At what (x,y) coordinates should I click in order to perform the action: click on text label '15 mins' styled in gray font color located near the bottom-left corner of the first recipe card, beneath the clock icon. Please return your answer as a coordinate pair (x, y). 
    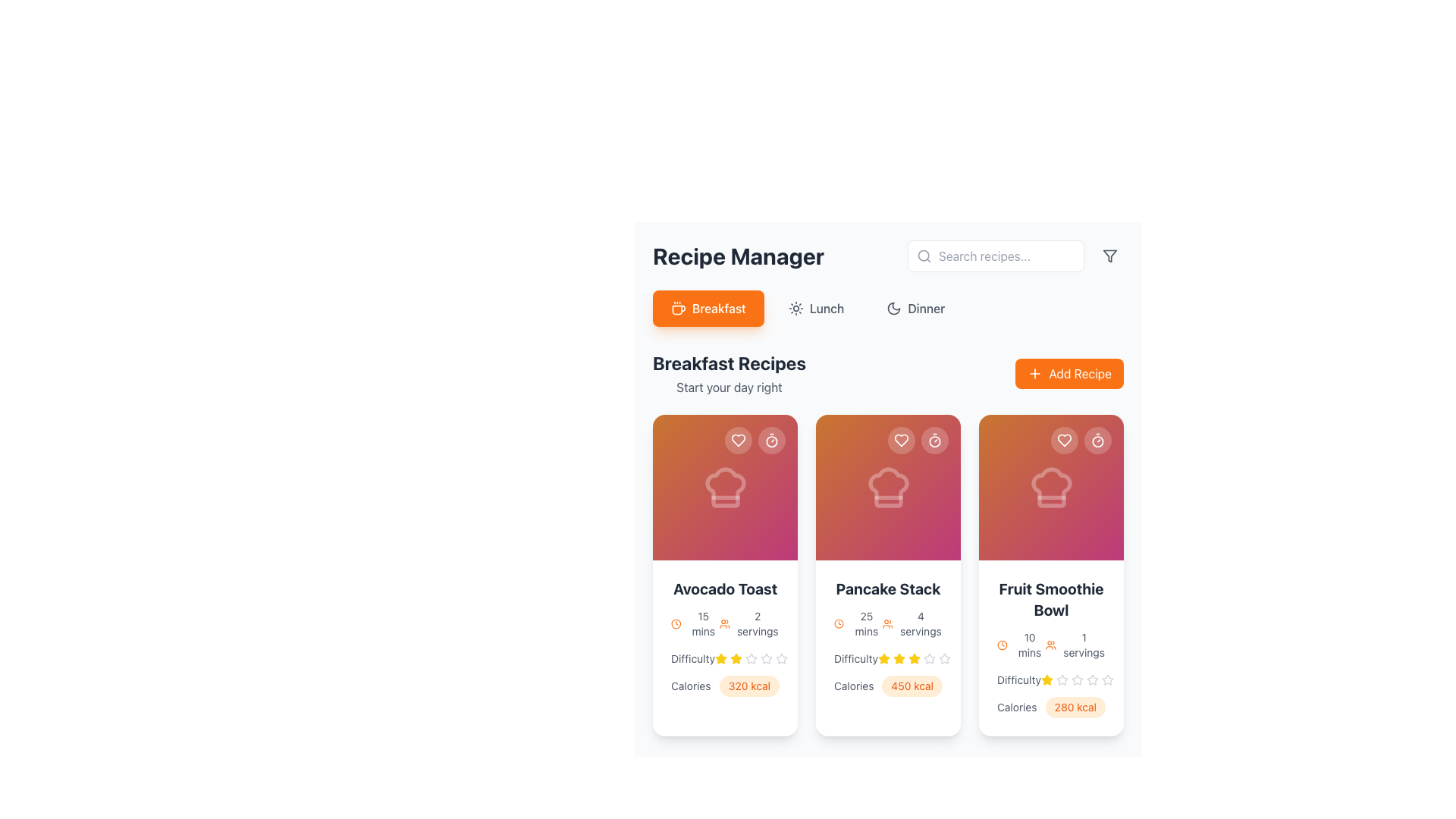
    Looking at the image, I should click on (702, 623).